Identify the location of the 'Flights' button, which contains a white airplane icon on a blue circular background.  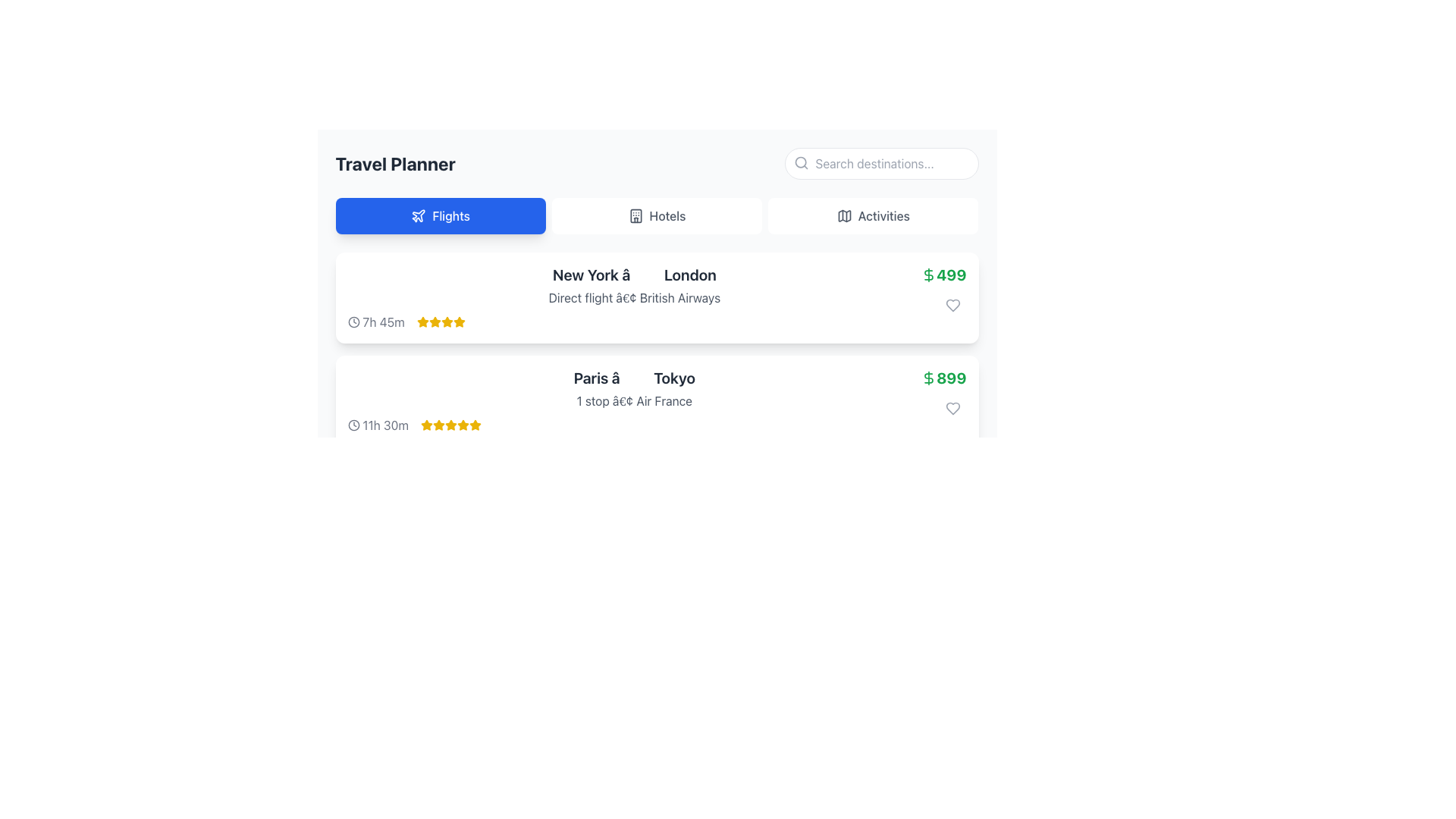
(419, 216).